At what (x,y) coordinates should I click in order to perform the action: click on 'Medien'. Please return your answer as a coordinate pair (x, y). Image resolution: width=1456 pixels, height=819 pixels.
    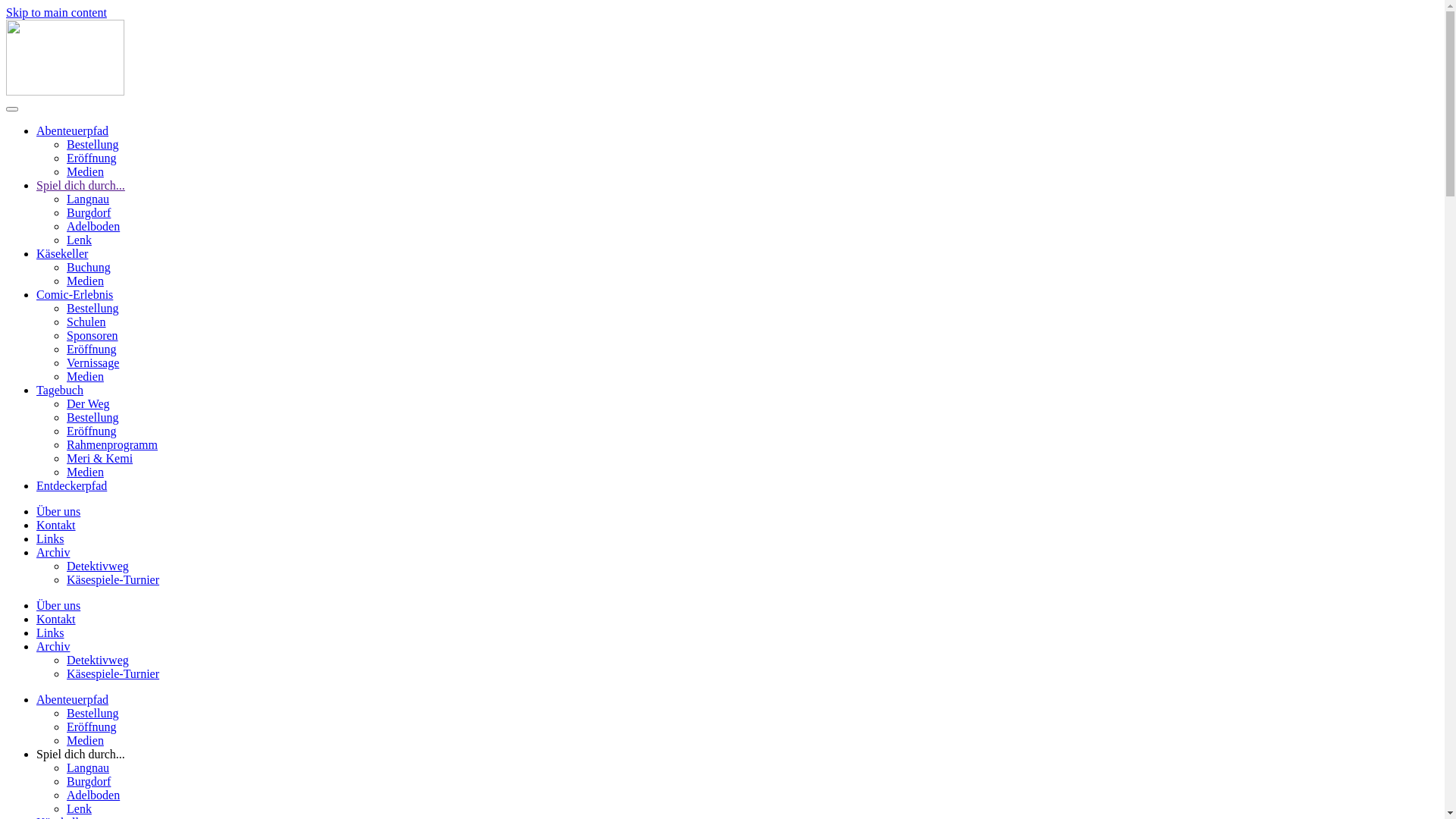
    Looking at the image, I should click on (84, 281).